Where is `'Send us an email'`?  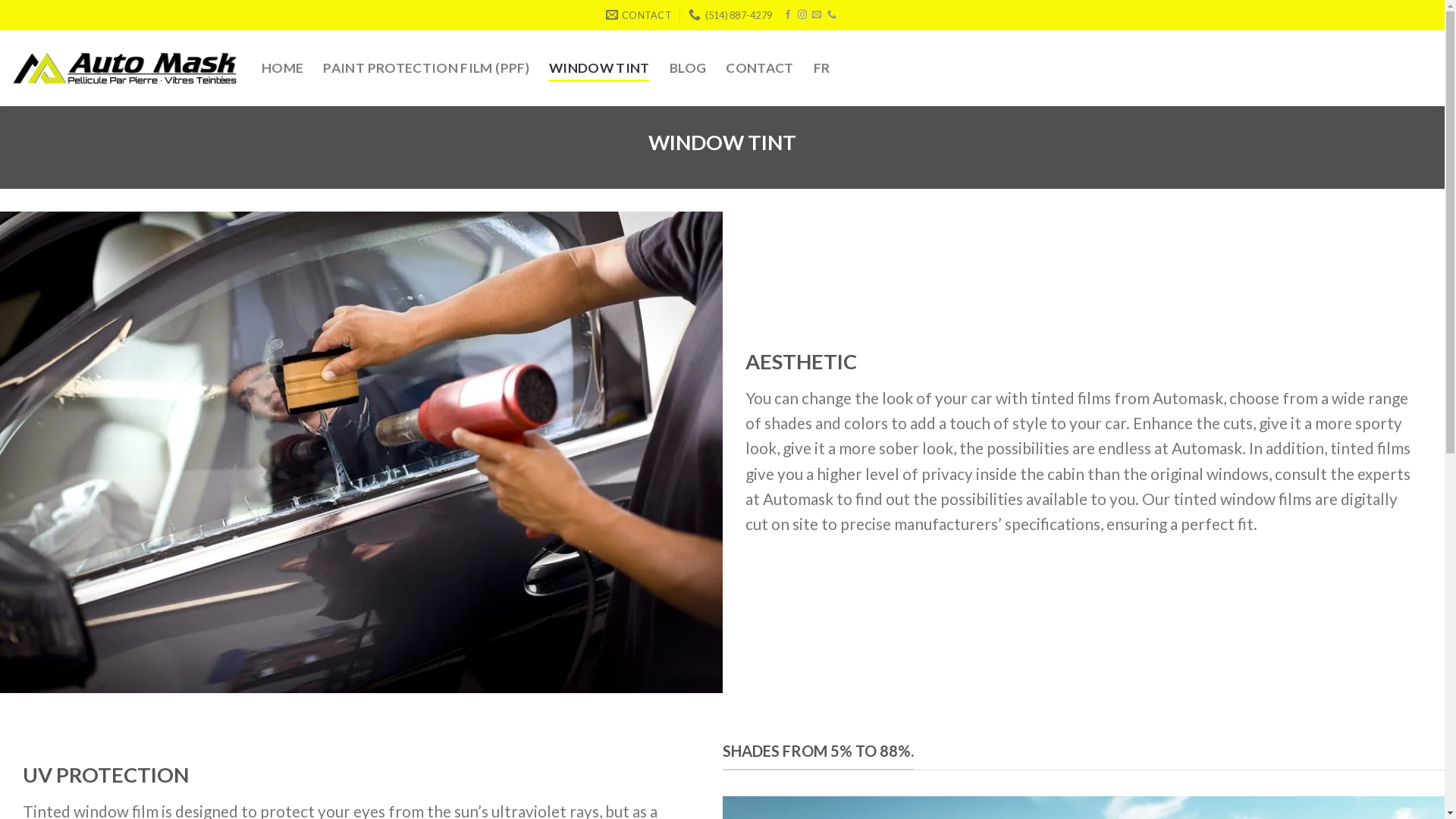
'Send us an email' is located at coordinates (815, 14).